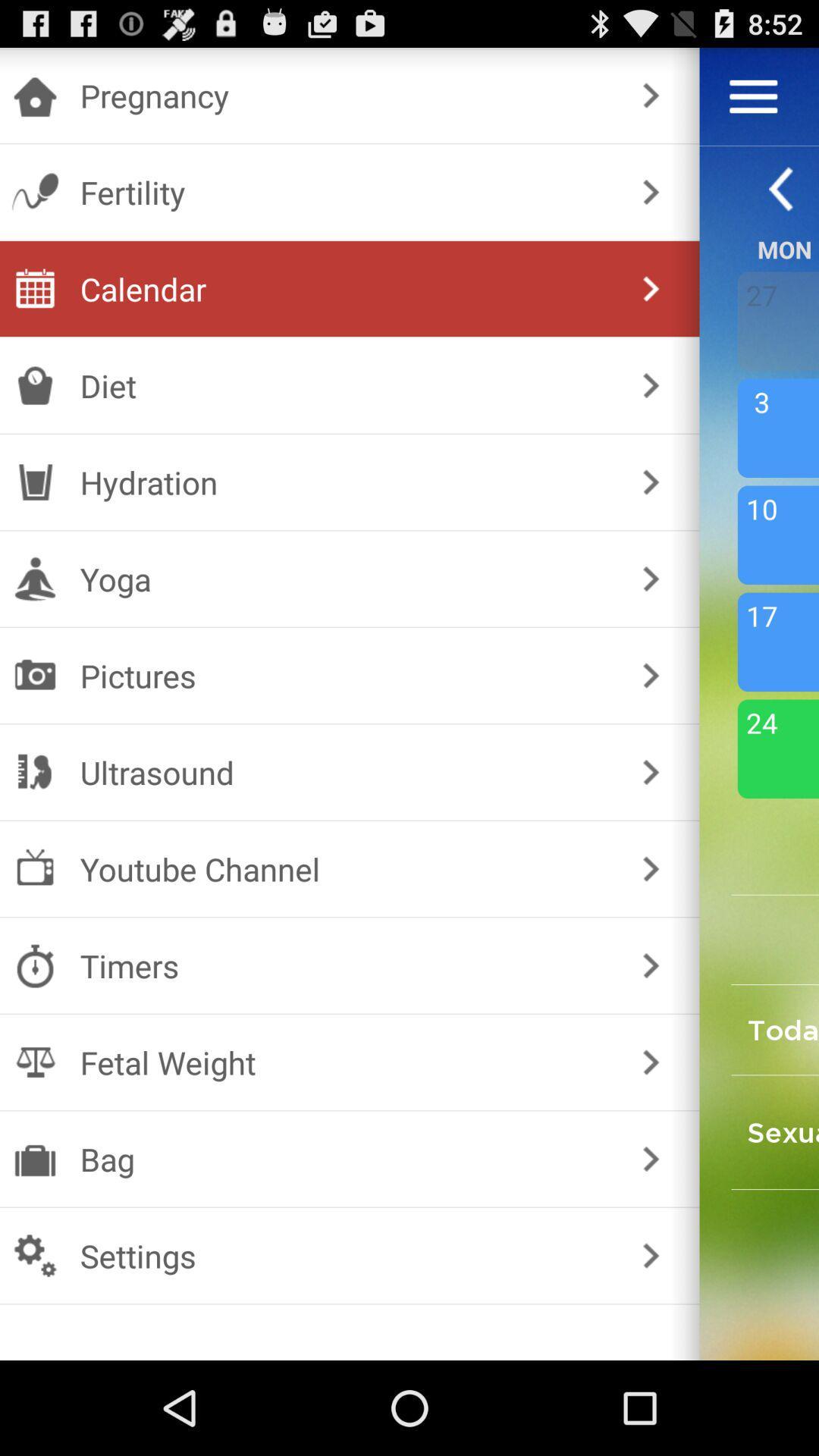 This screenshot has width=819, height=1456. I want to click on the menu icon, so click(753, 102).